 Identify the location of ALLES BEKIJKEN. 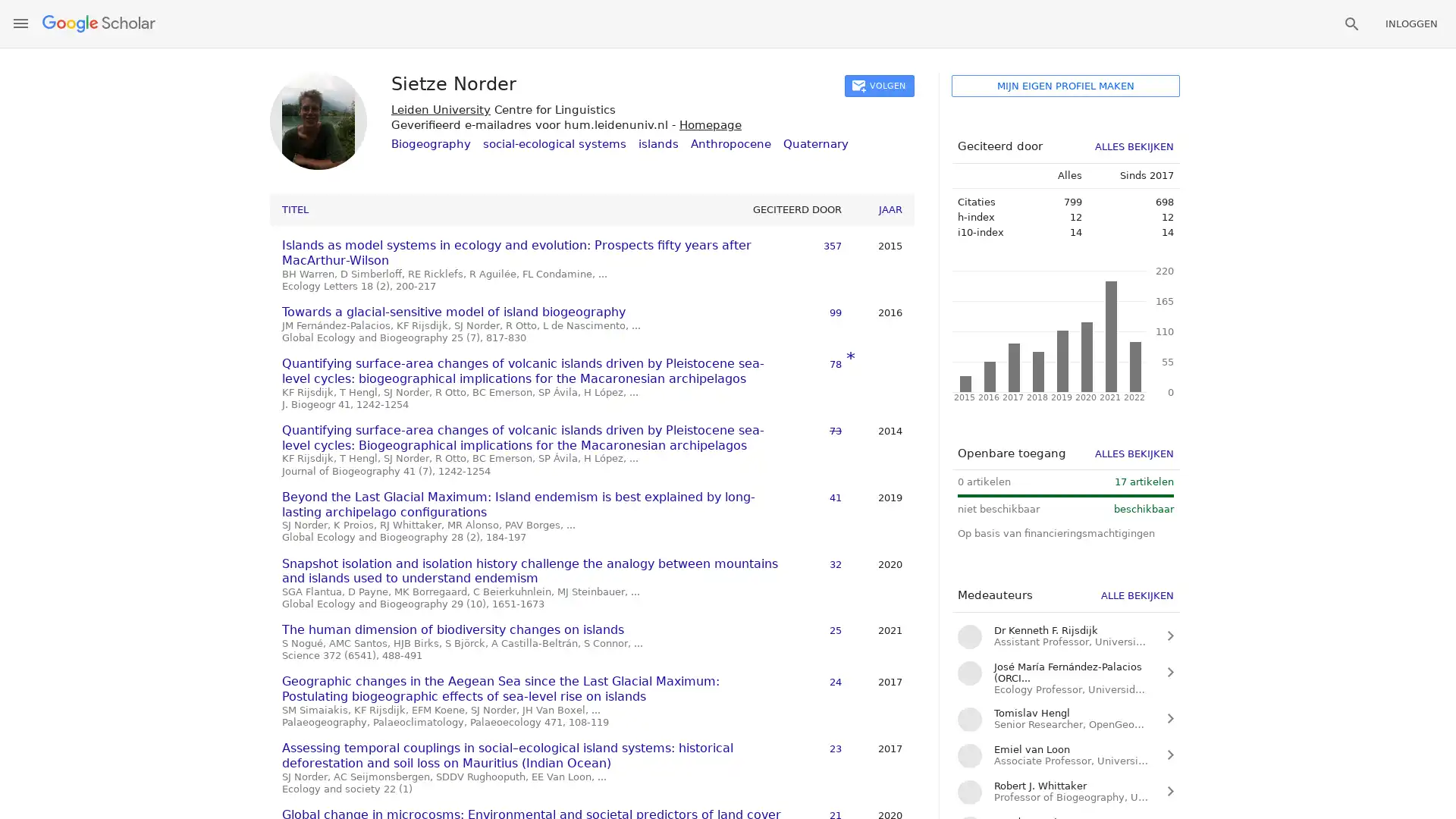
(1134, 146).